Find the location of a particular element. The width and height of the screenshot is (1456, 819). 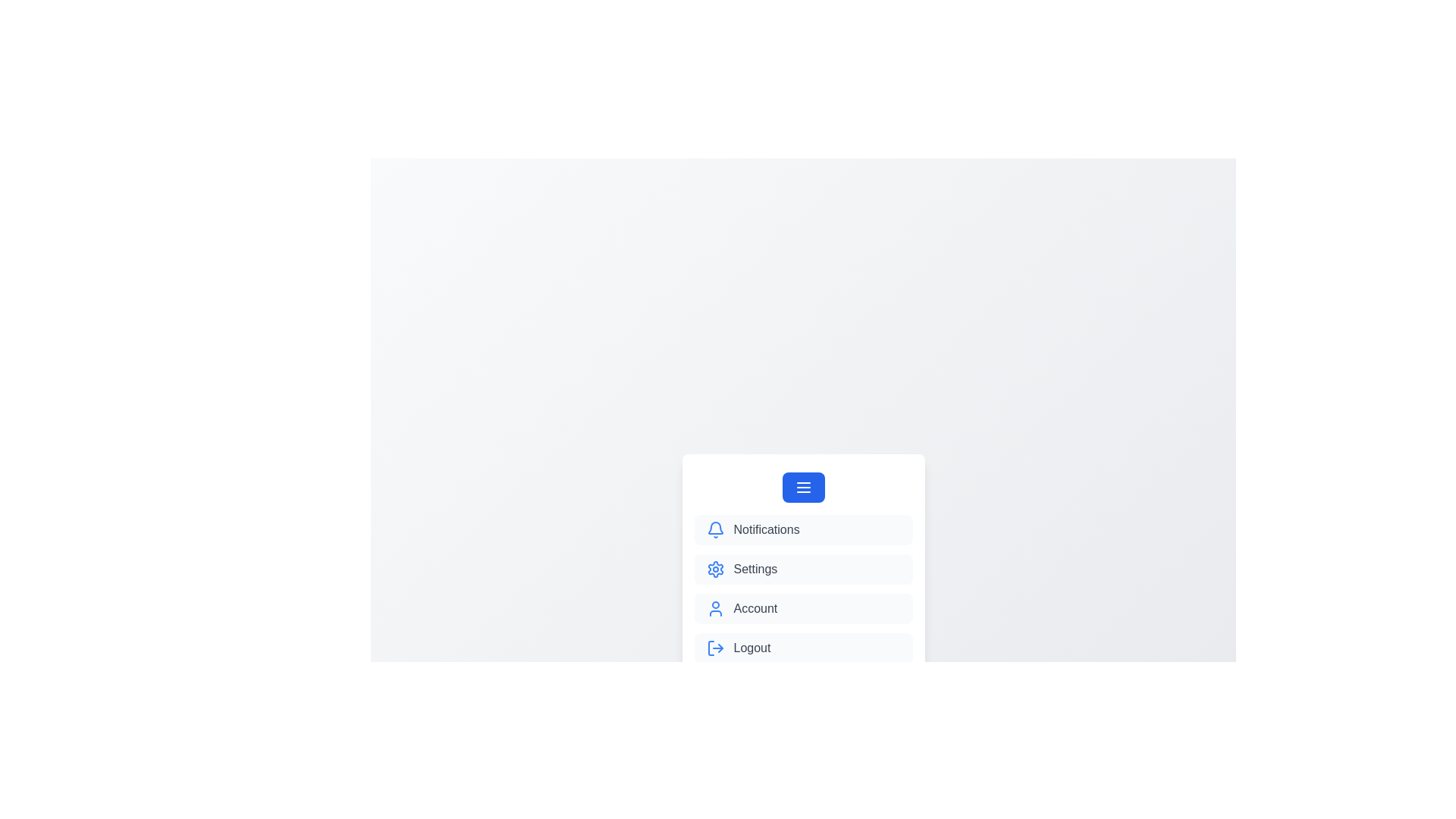

the menu option Settings by clicking on it is located at coordinates (802, 570).